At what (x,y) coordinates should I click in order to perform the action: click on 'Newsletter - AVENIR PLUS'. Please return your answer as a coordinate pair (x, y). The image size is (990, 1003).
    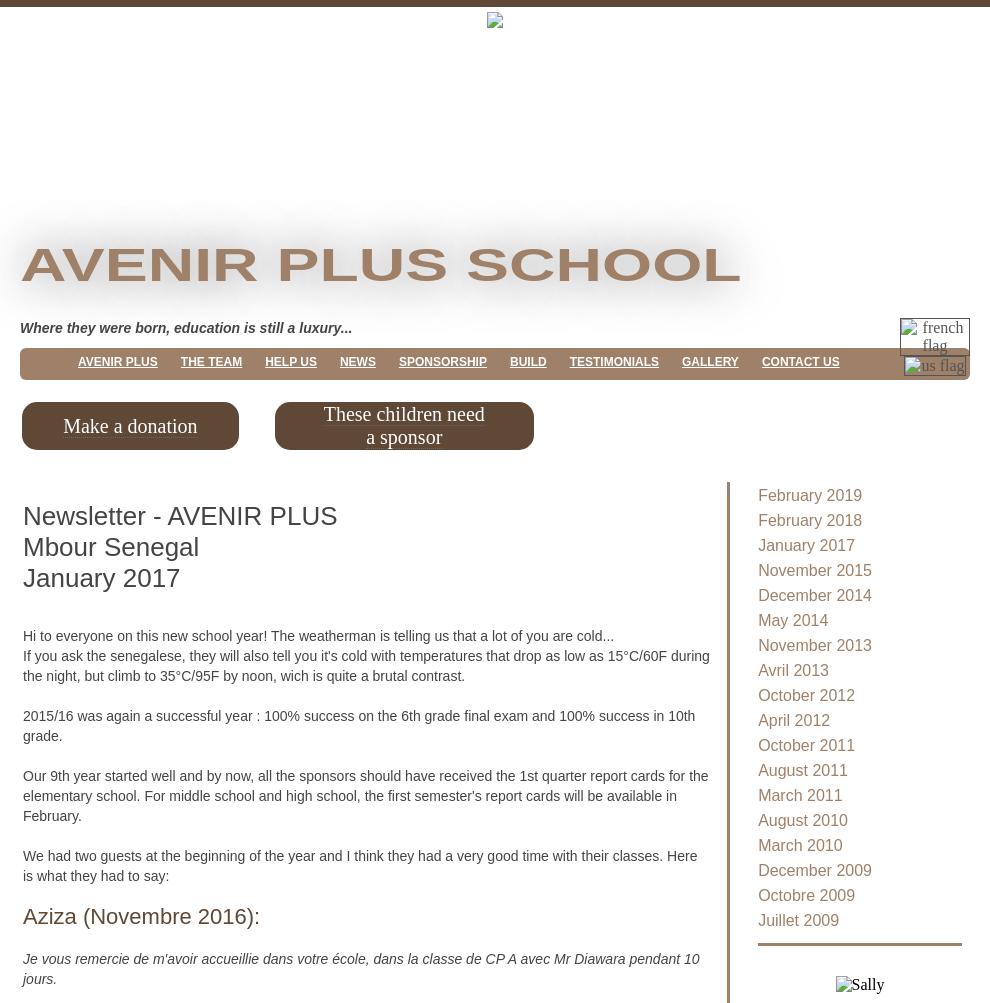
    Looking at the image, I should click on (179, 515).